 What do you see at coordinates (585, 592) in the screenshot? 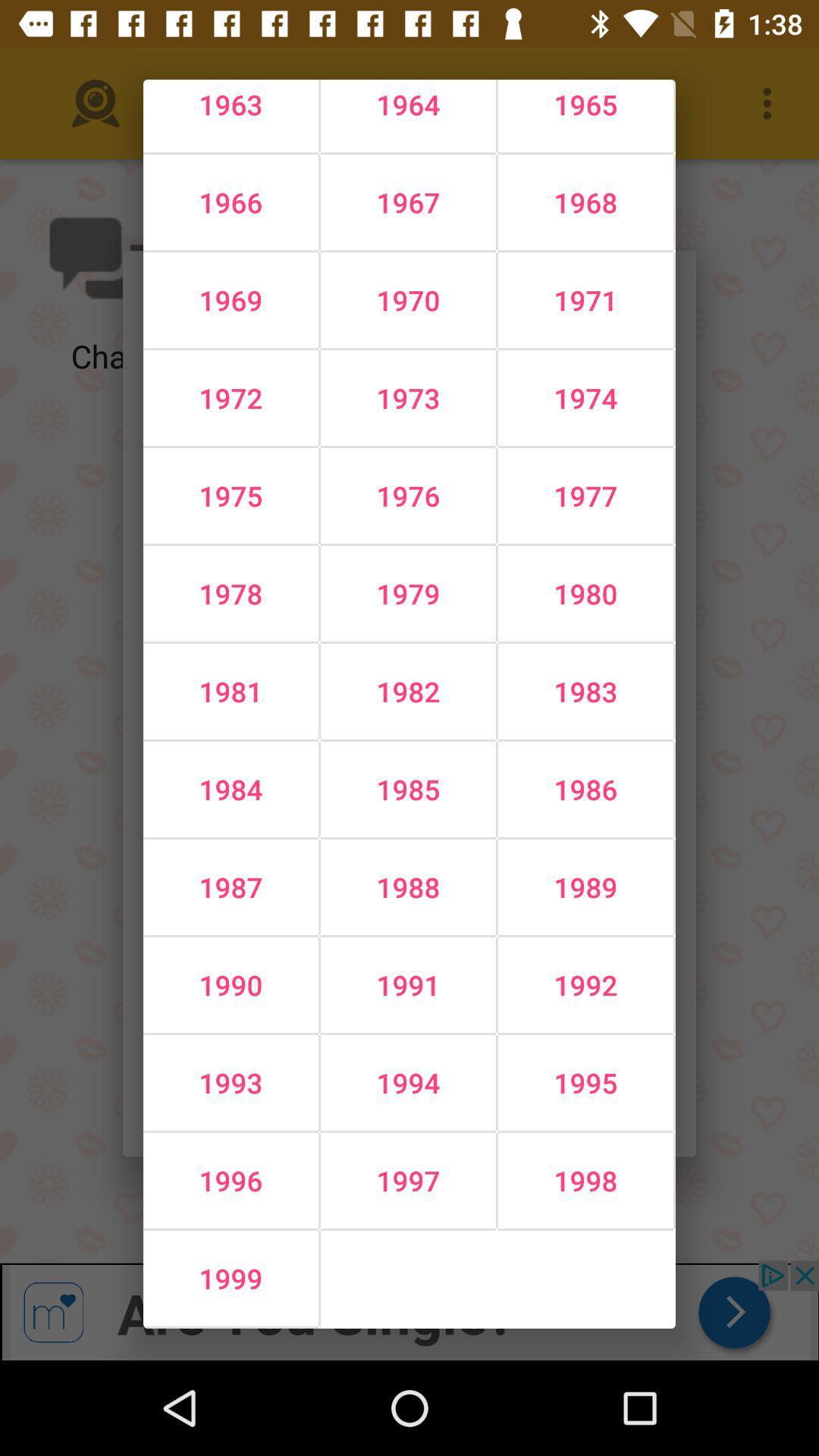
I see `the icon to the right of the 1976 icon` at bounding box center [585, 592].